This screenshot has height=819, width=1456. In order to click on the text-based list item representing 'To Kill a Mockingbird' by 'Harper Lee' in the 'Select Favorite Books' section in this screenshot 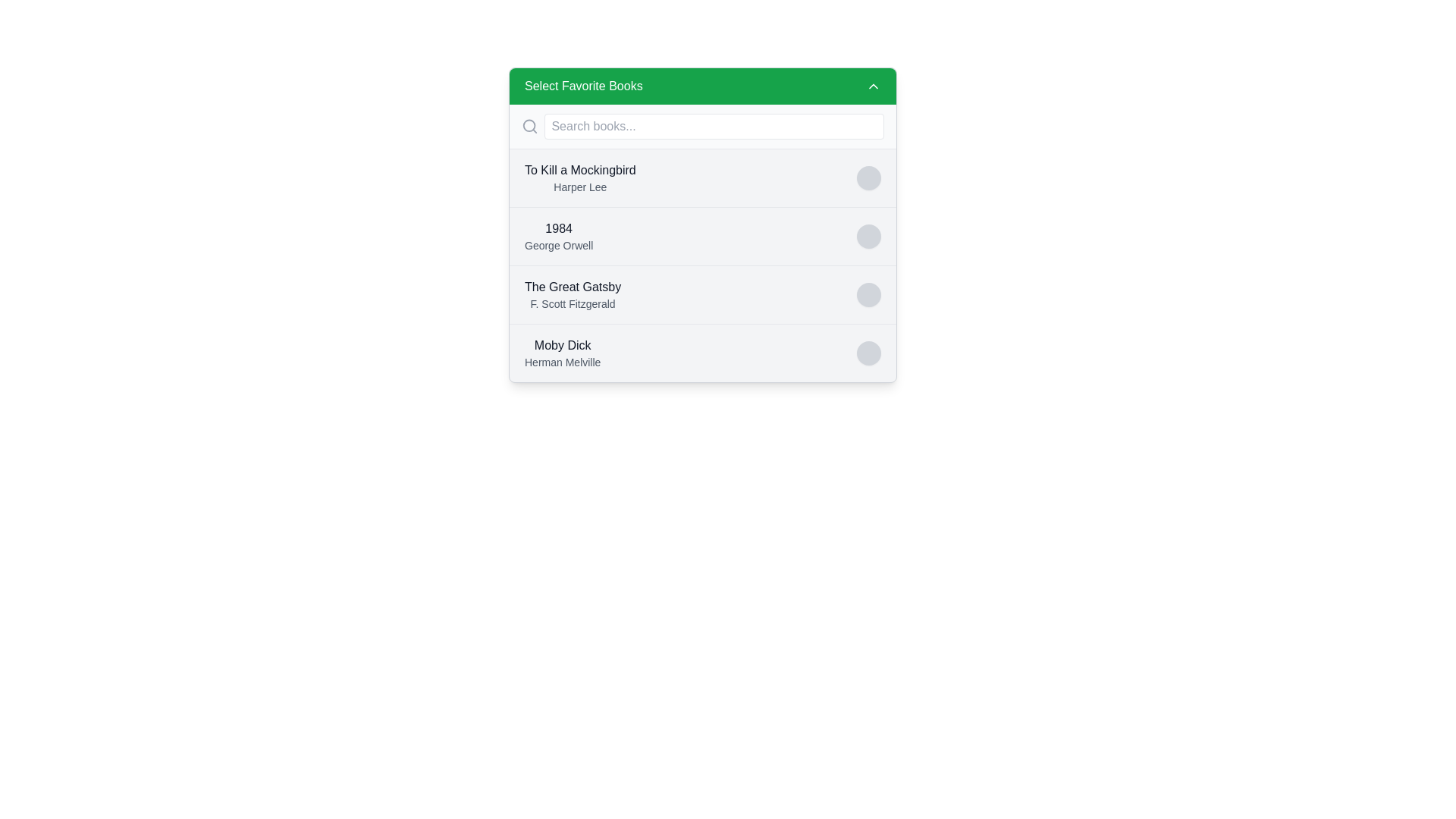, I will do `click(579, 177)`.